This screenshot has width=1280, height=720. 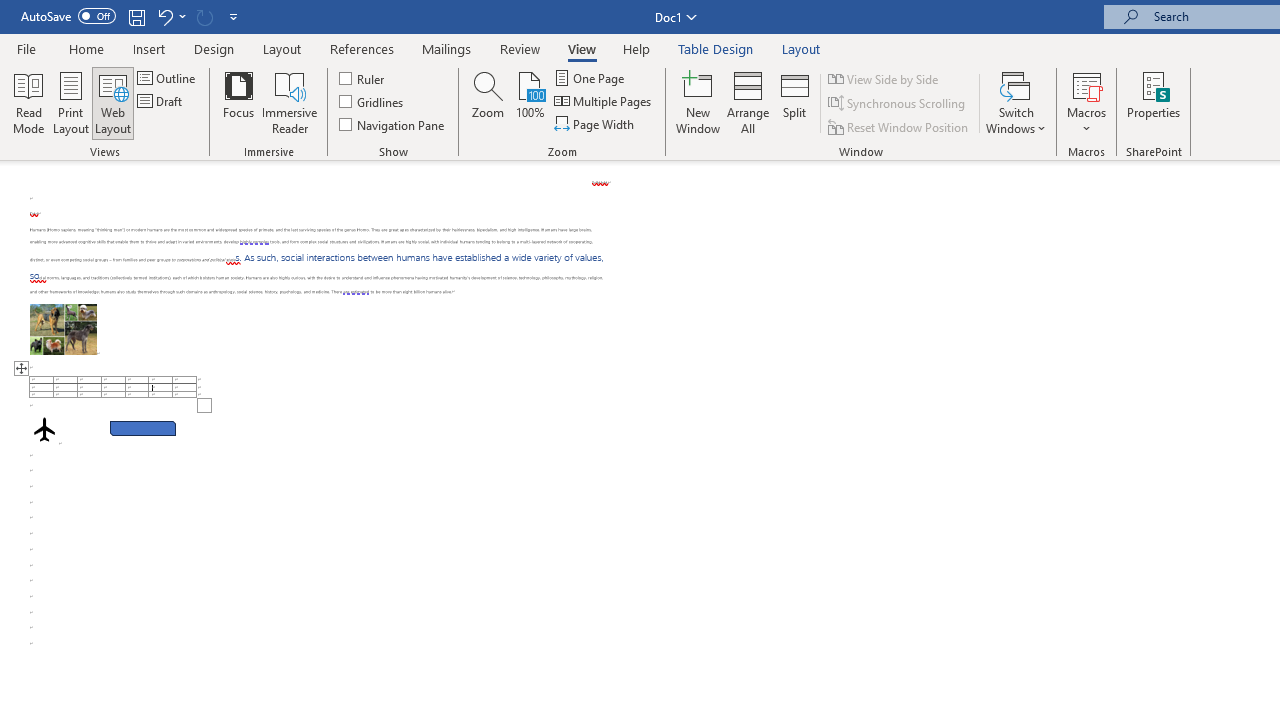 What do you see at coordinates (63, 328) in the screenshot?
I see `'Morphological variation in six dogs'` at bounding box center [63, 328].